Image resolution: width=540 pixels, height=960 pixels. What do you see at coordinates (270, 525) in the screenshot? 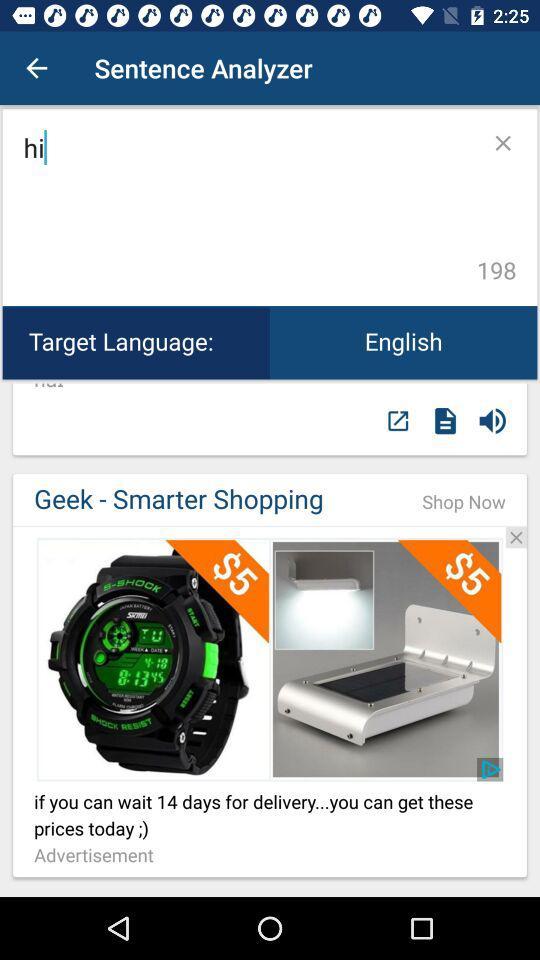
I see `clcik on shop now` at bounding box center [270, 525].